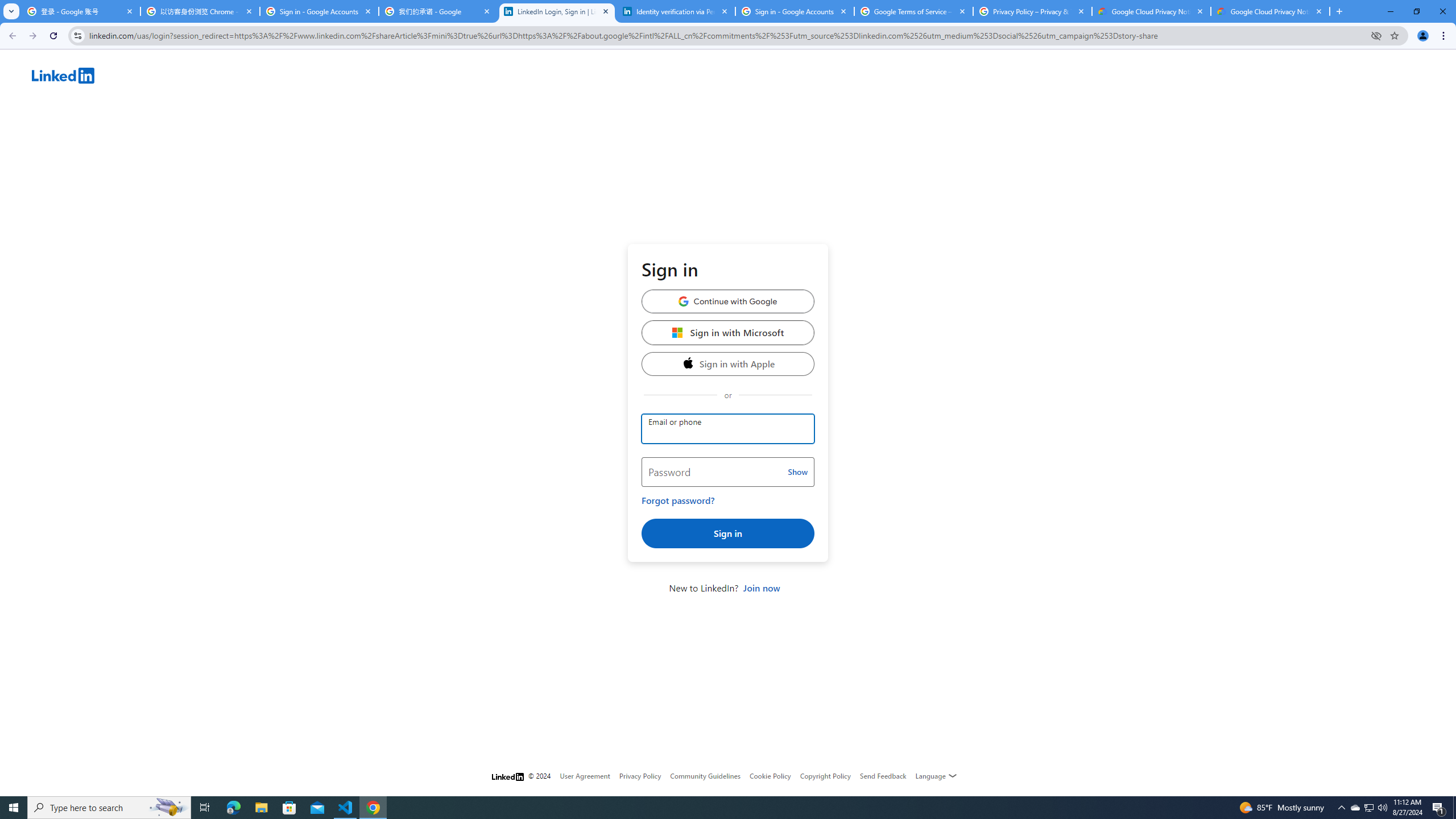  I want to click on 'AutomationID: feedback-request', so click(883, 775).